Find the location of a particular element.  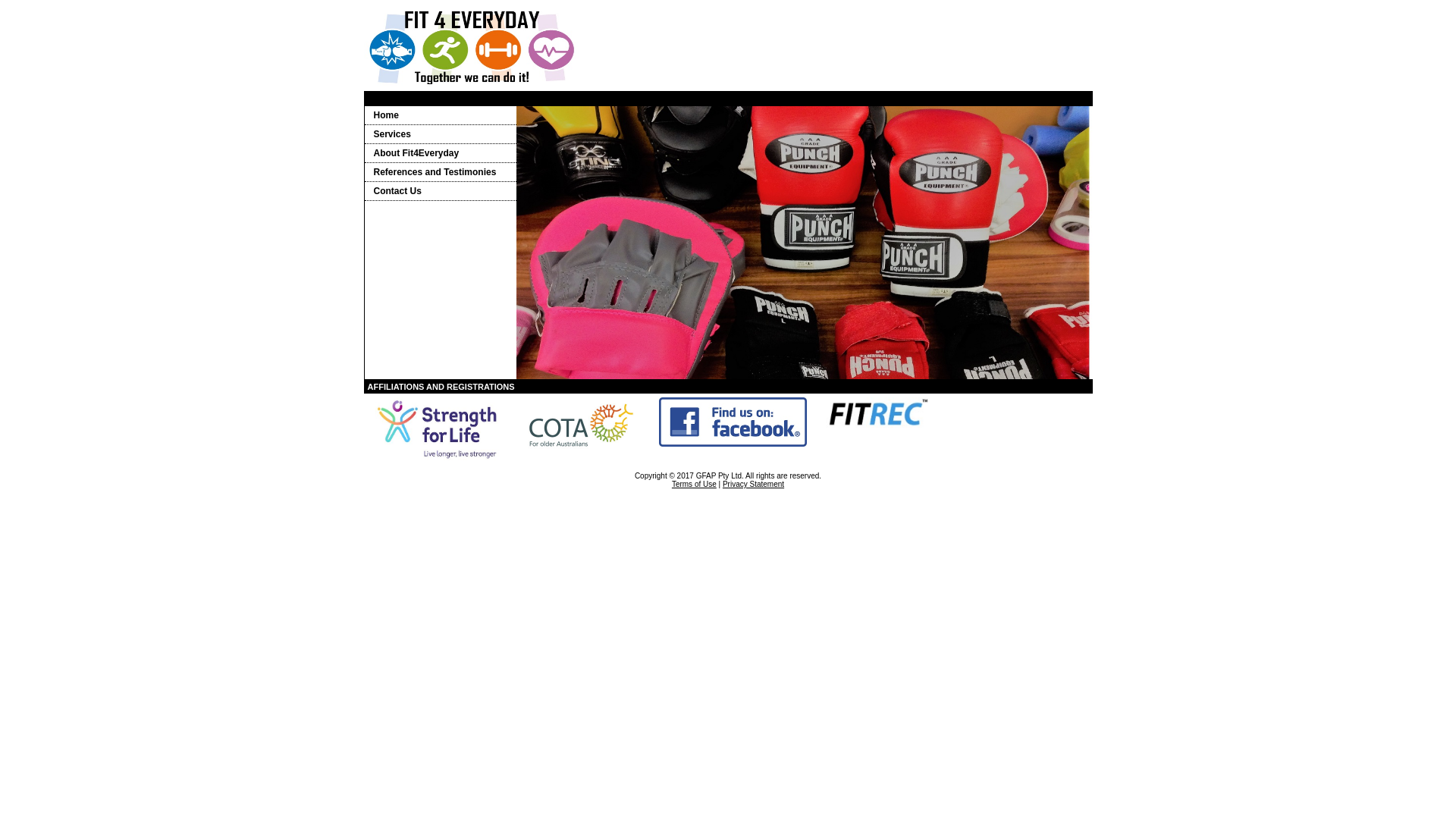

'Contact Us' is located at coordinates (439, 190).